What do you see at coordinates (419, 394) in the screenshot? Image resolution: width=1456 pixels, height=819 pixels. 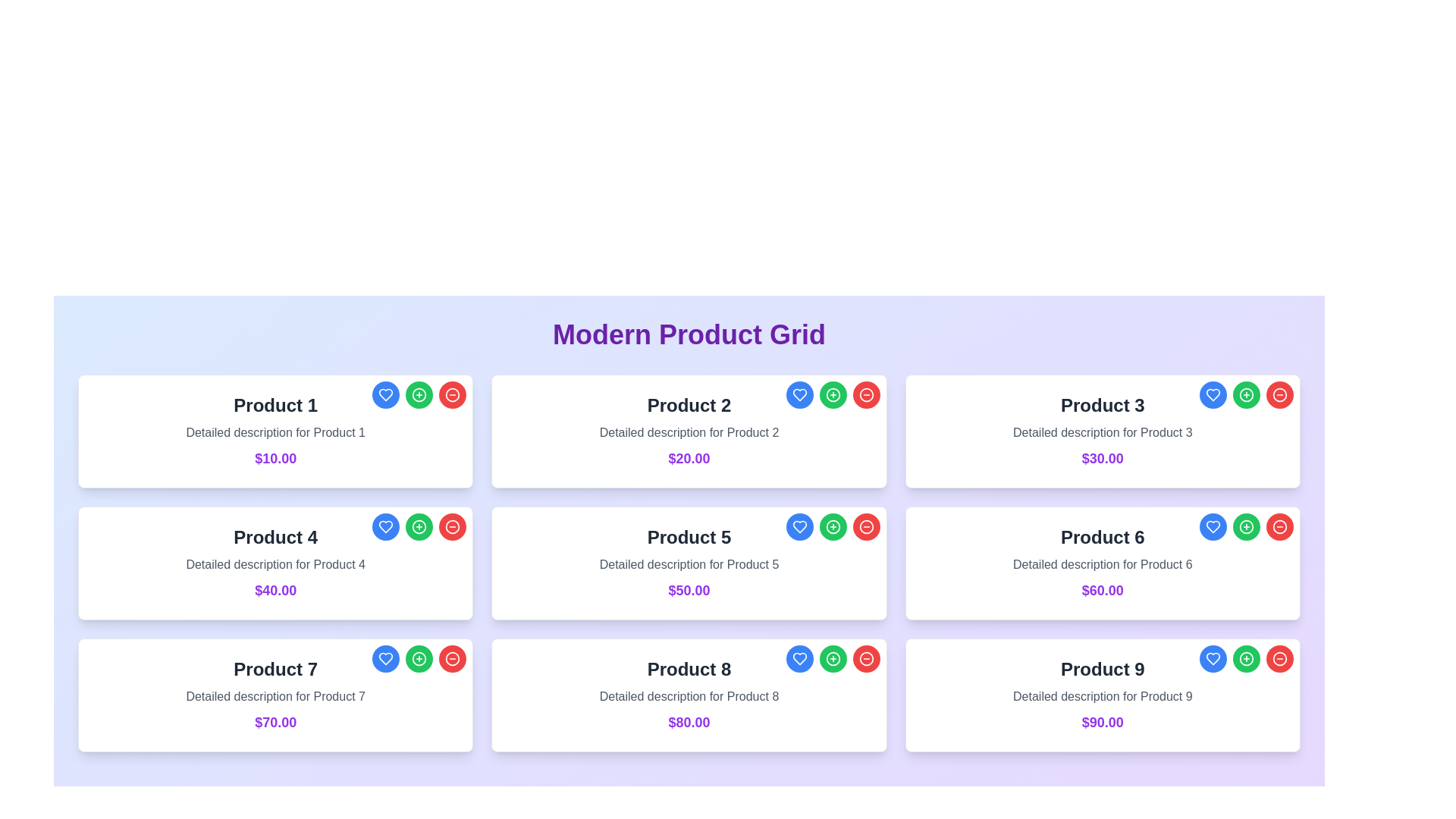 I see `the circular green button with a white plus sign located in the top-right corner of the 'Product 1' card` at bounding box center [419, 394].